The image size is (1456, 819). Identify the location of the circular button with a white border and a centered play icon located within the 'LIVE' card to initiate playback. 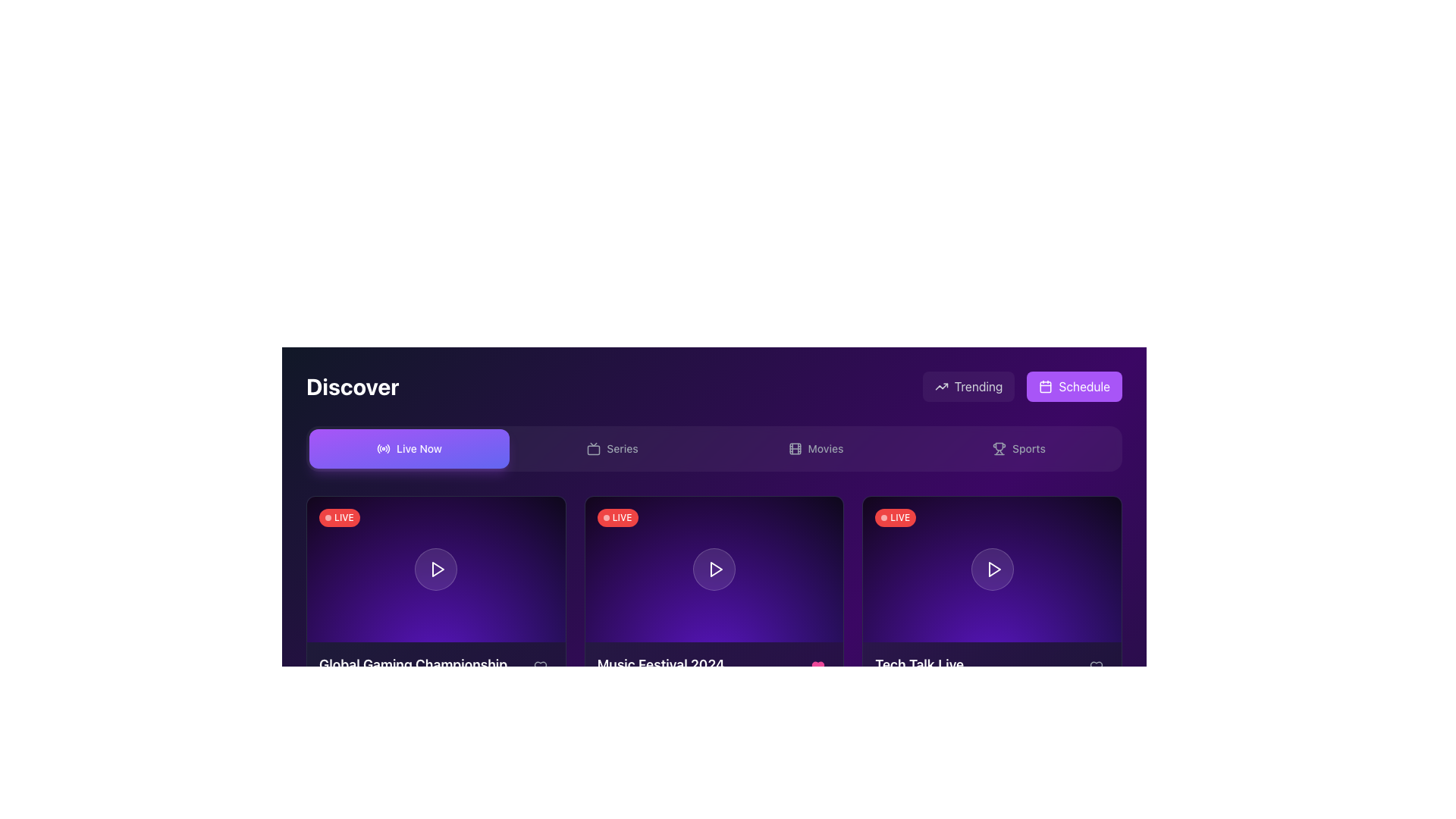
(435, 569).